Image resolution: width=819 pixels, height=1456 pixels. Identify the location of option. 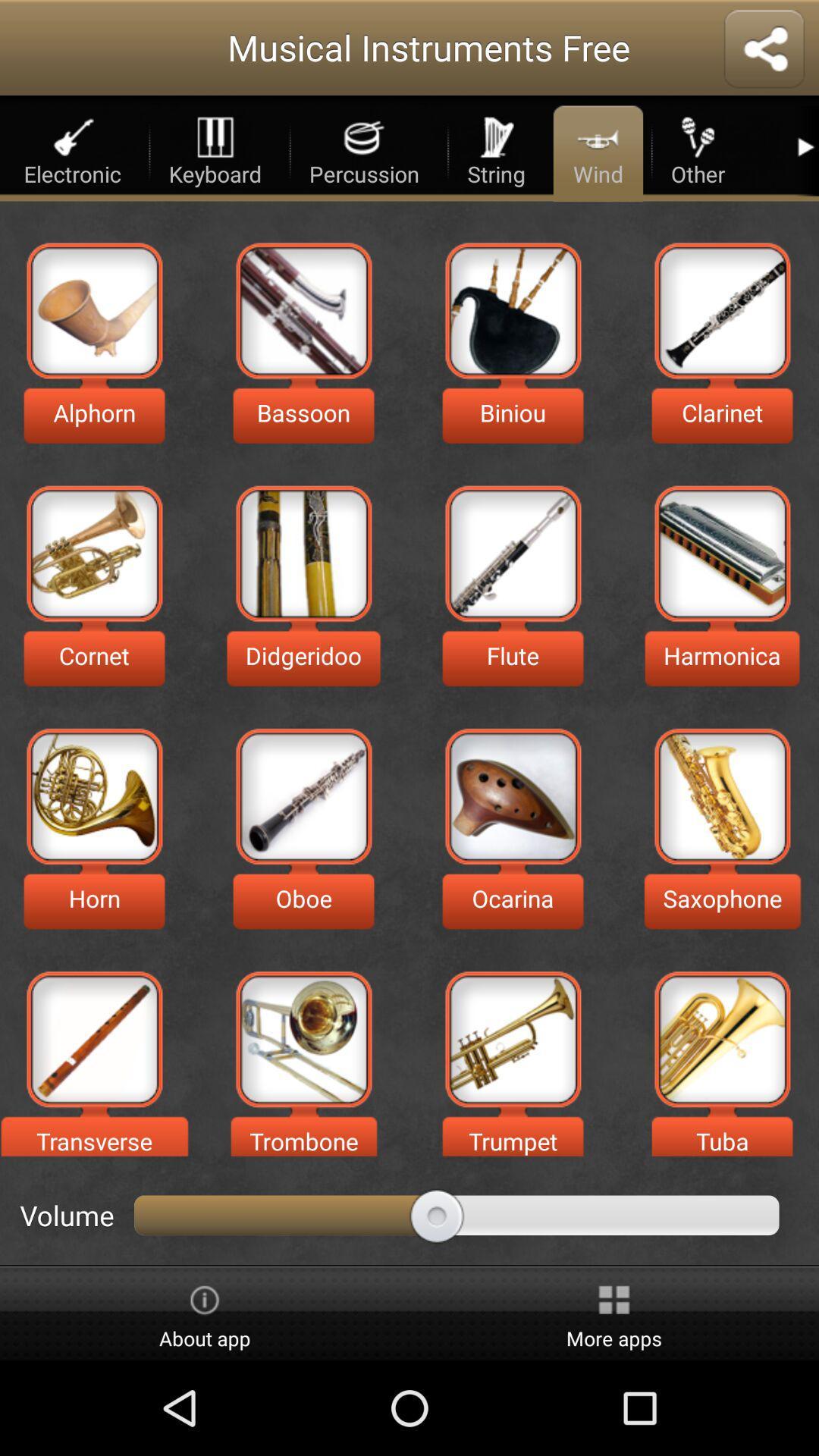
(94, 1038).